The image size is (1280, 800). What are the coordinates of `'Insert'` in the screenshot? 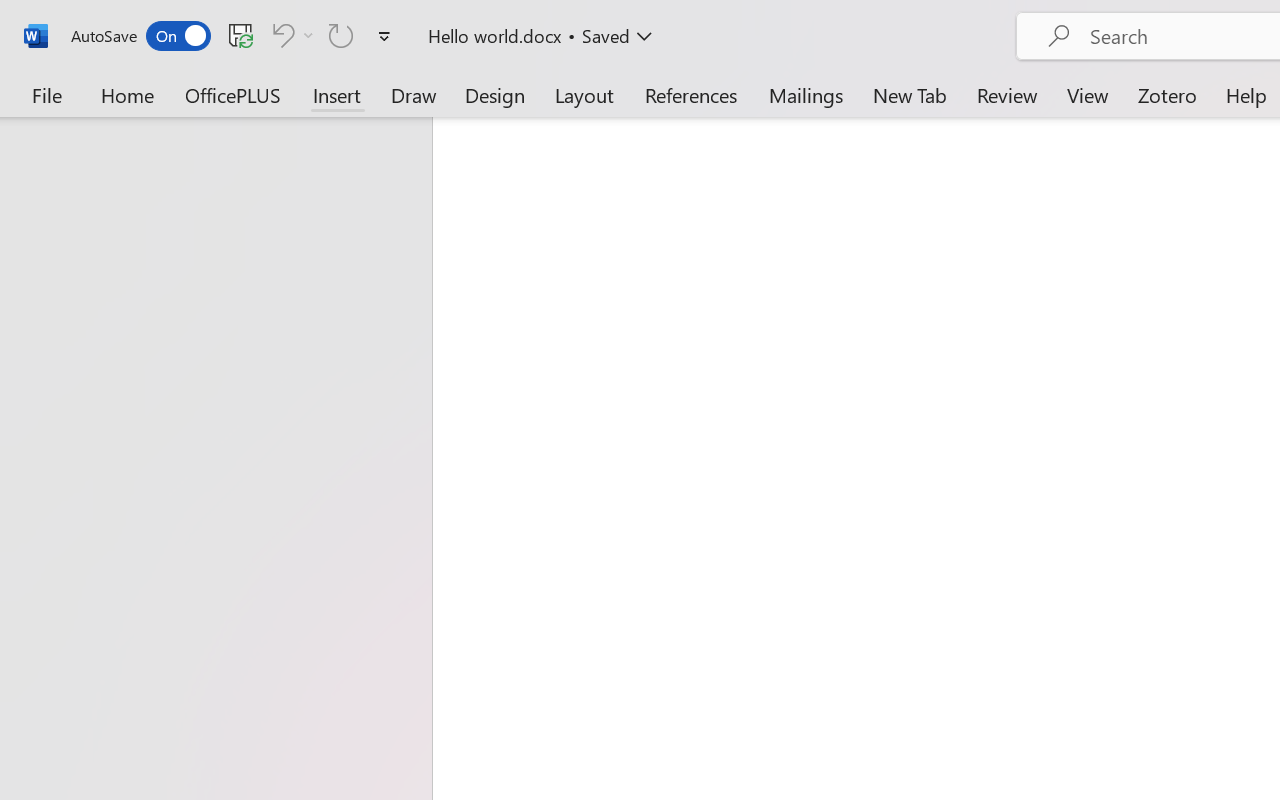 It's located at (337, 94).